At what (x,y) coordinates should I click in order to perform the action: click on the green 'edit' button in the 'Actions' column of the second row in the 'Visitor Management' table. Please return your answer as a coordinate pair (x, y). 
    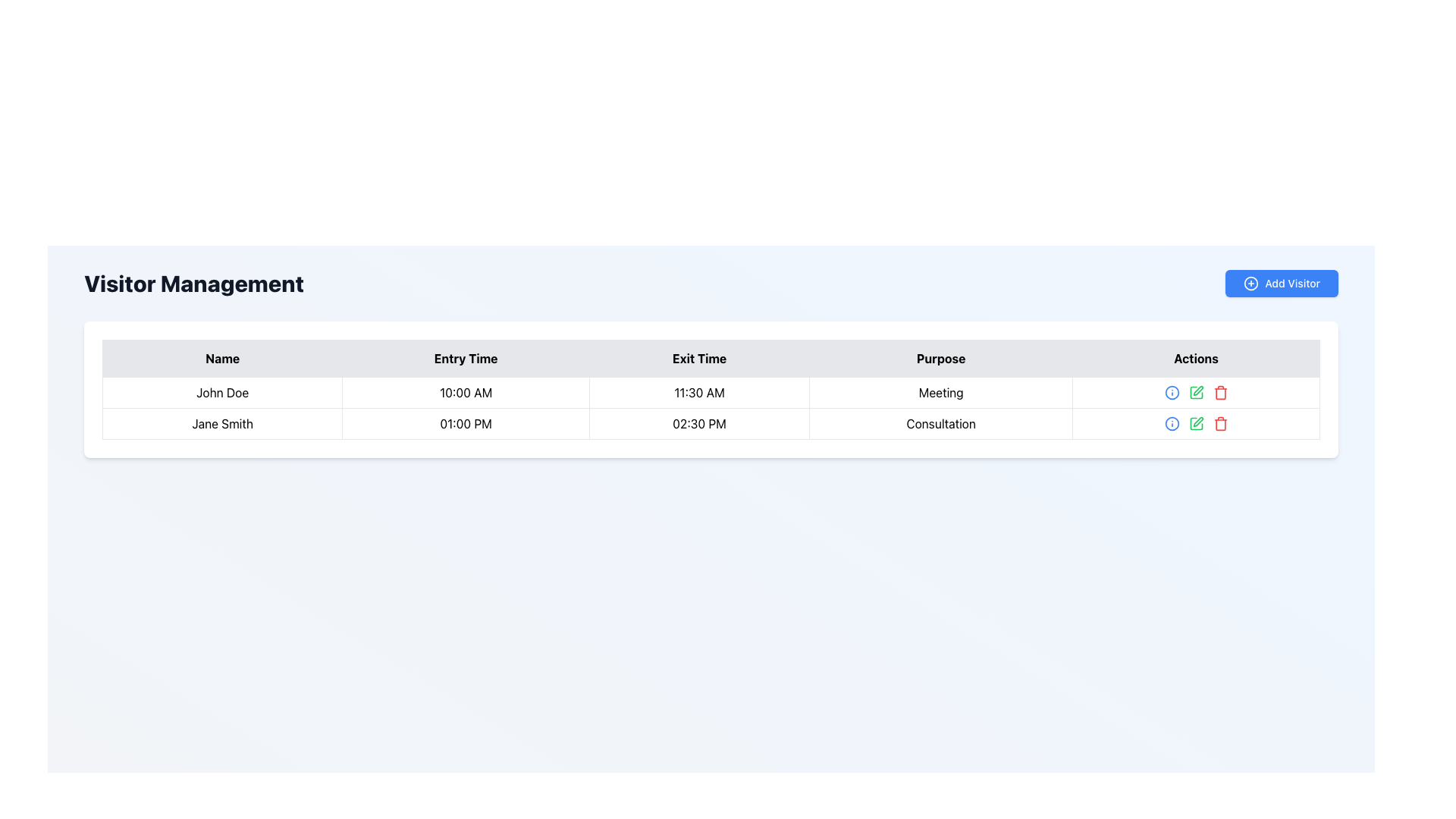
    Looking at the image, I should click on (1195, 424).